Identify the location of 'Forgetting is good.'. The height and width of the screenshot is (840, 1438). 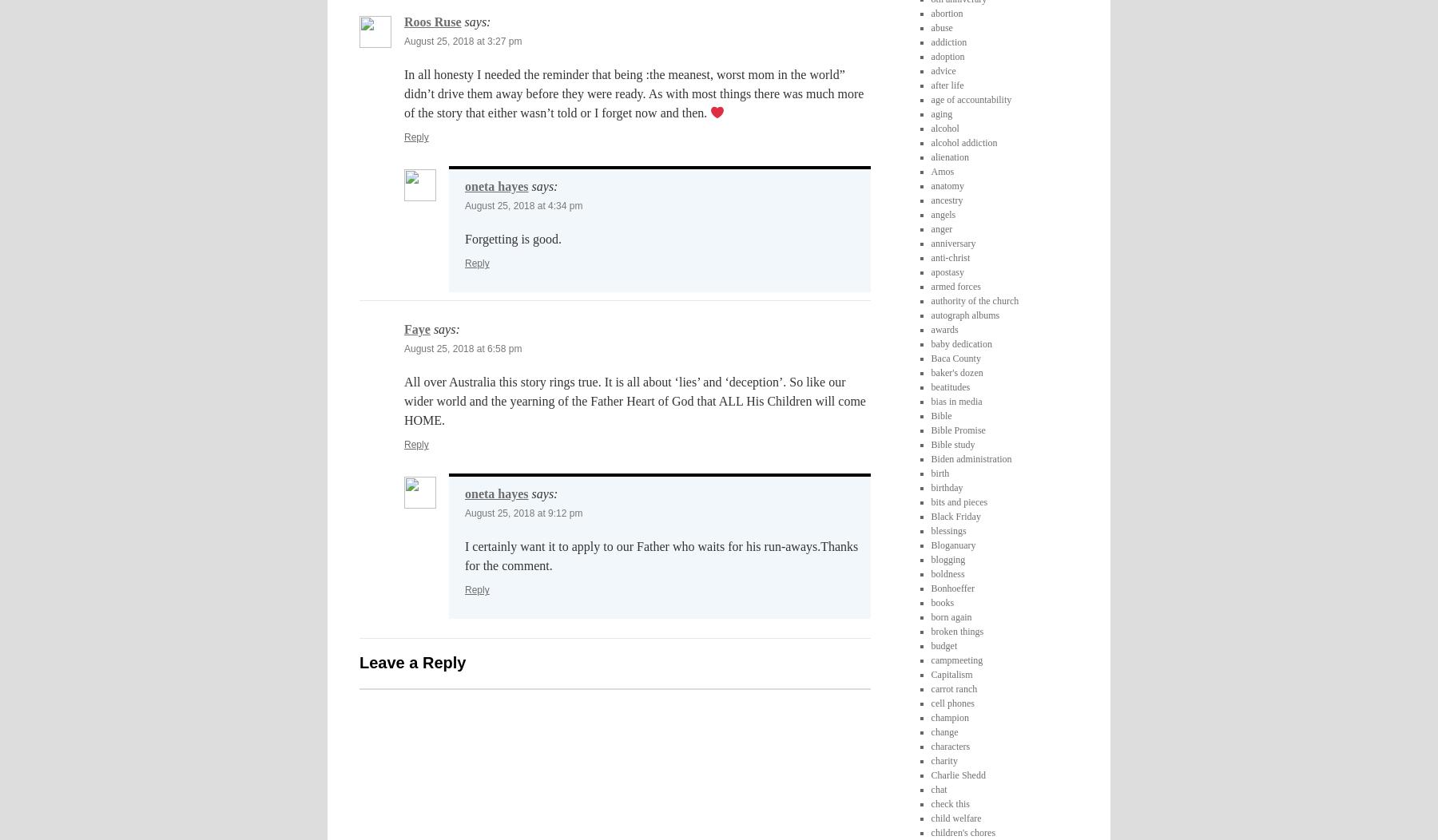
(513, 239).